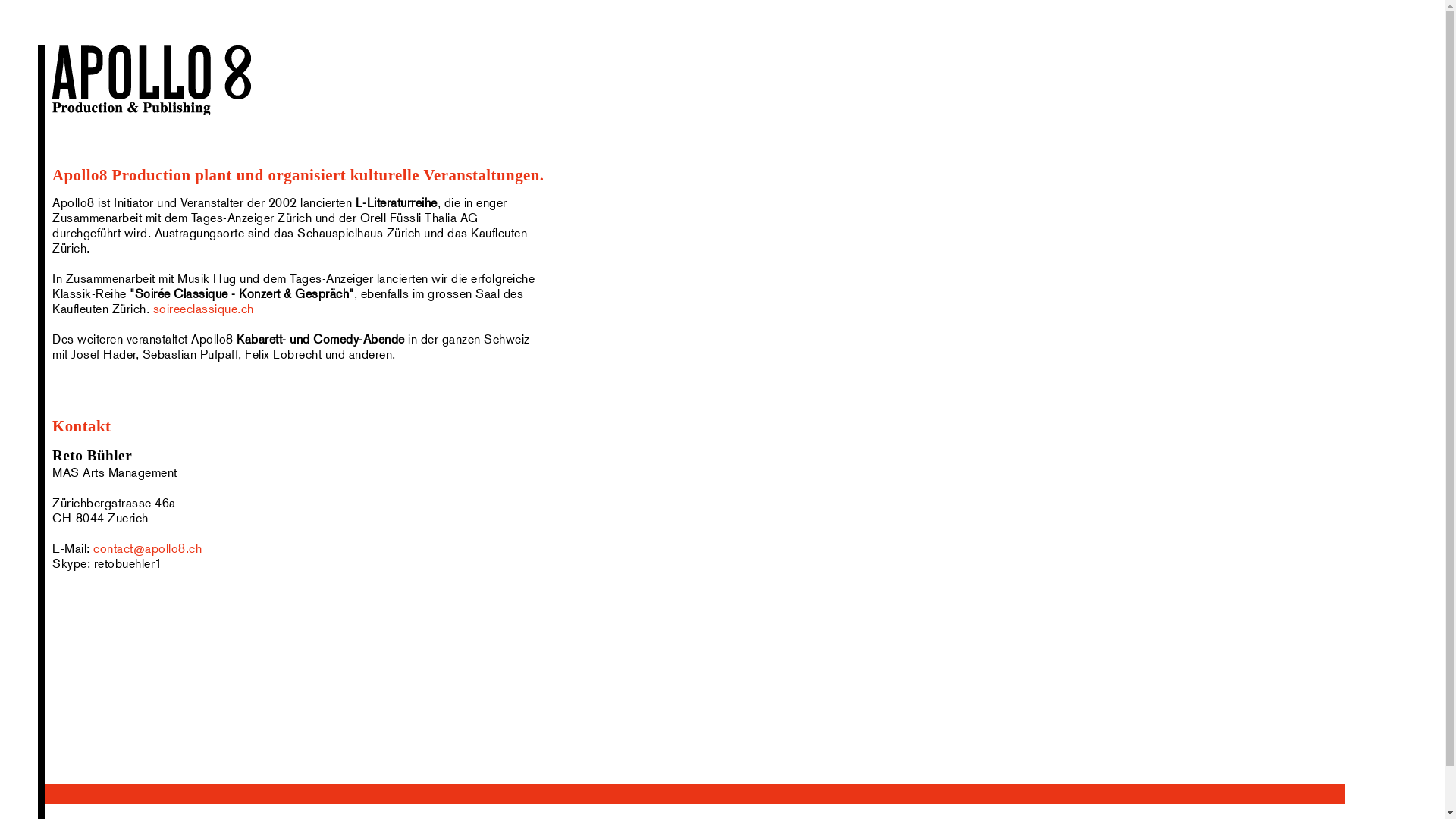  Describe the element at coordinates (202, 308) in the screenshot. I see `'soireeclassique.ch'` at that location.